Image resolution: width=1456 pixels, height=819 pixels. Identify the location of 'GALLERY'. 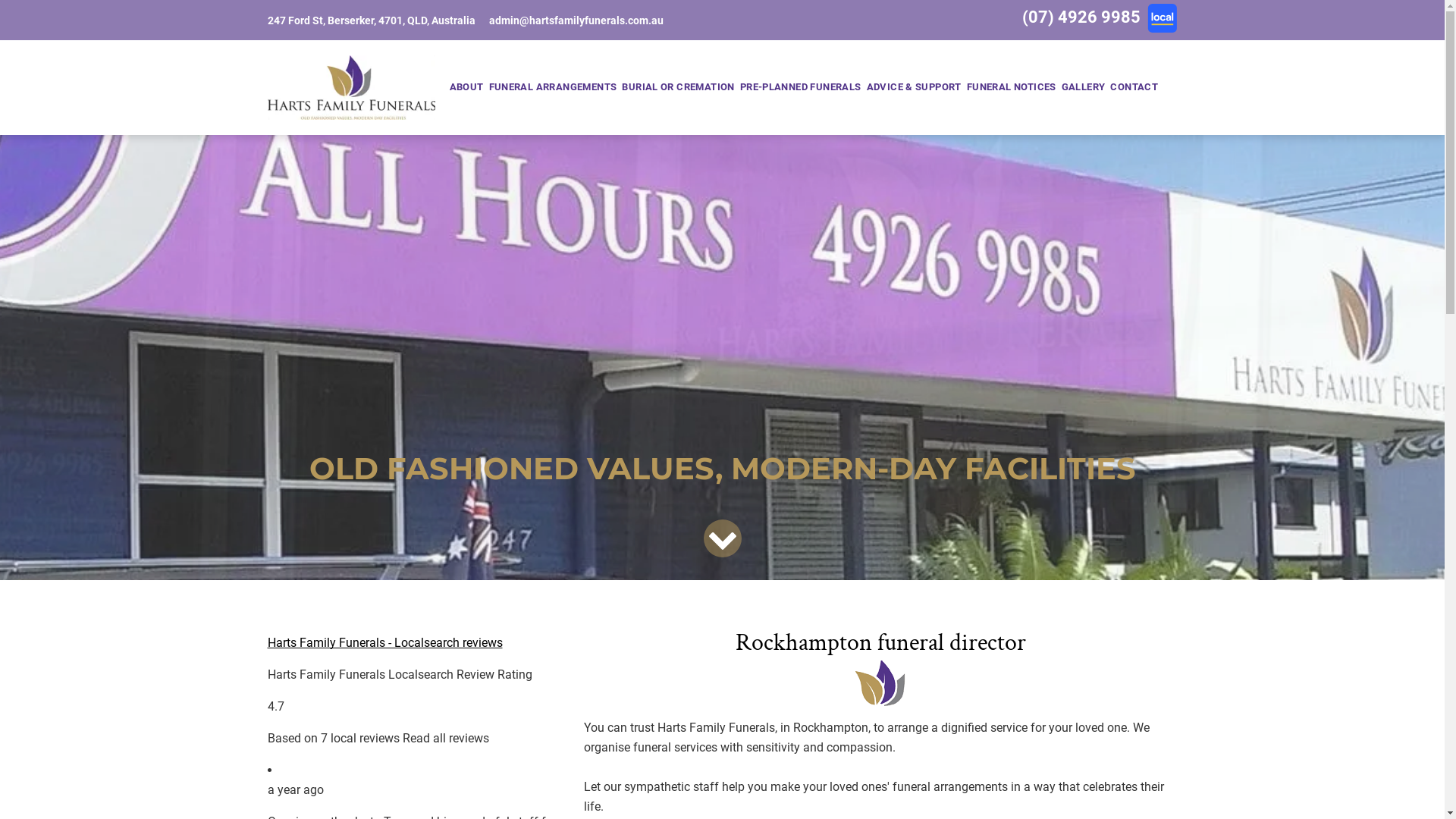
(1082, 87).